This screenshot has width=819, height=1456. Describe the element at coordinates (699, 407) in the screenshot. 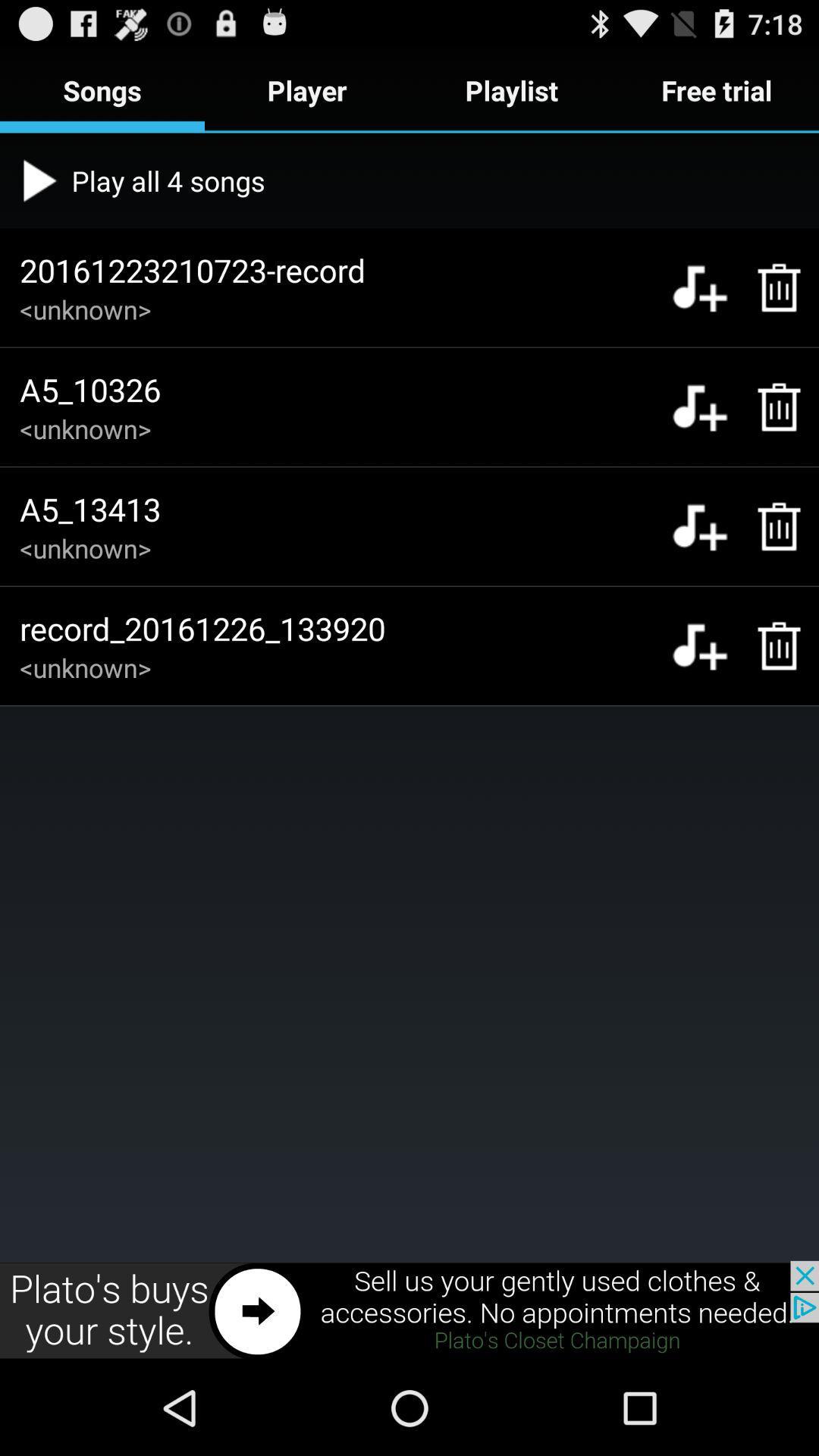

I see `to playlist` at that location.